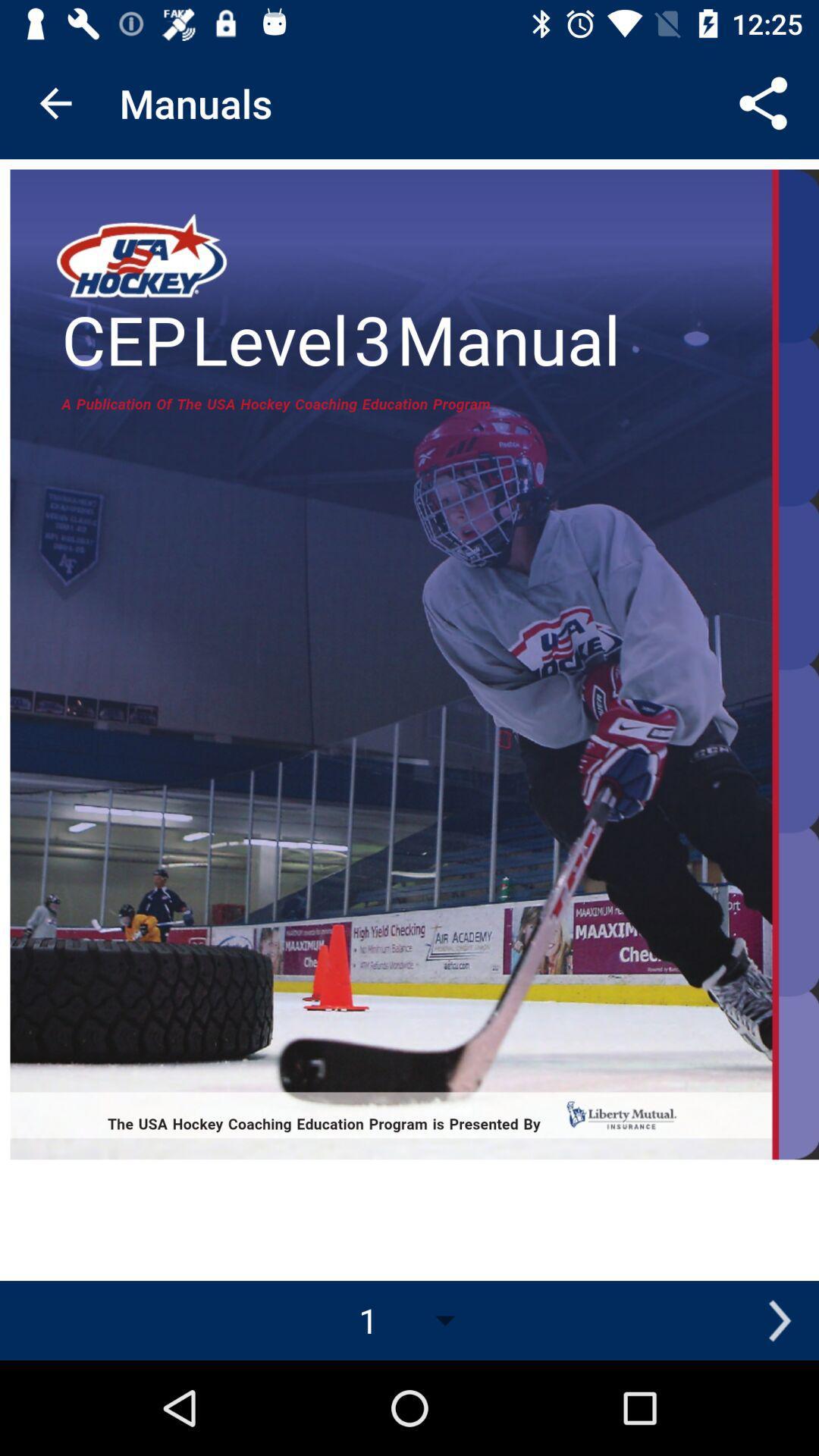  Describe the element at coordinates (779, 1319) in the screenshot. I see `the arrow_forward icon` at that location.